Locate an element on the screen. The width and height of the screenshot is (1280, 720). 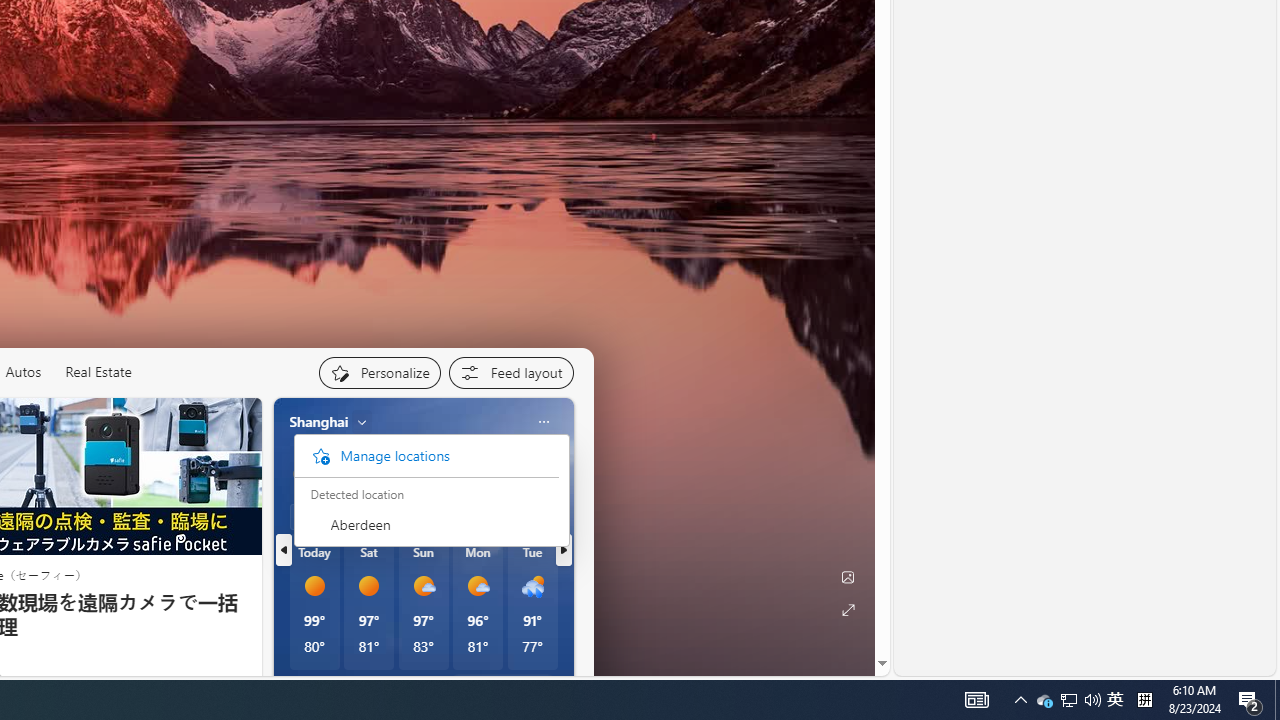
'Mostly sunny' is located at coordinates (476, 585).